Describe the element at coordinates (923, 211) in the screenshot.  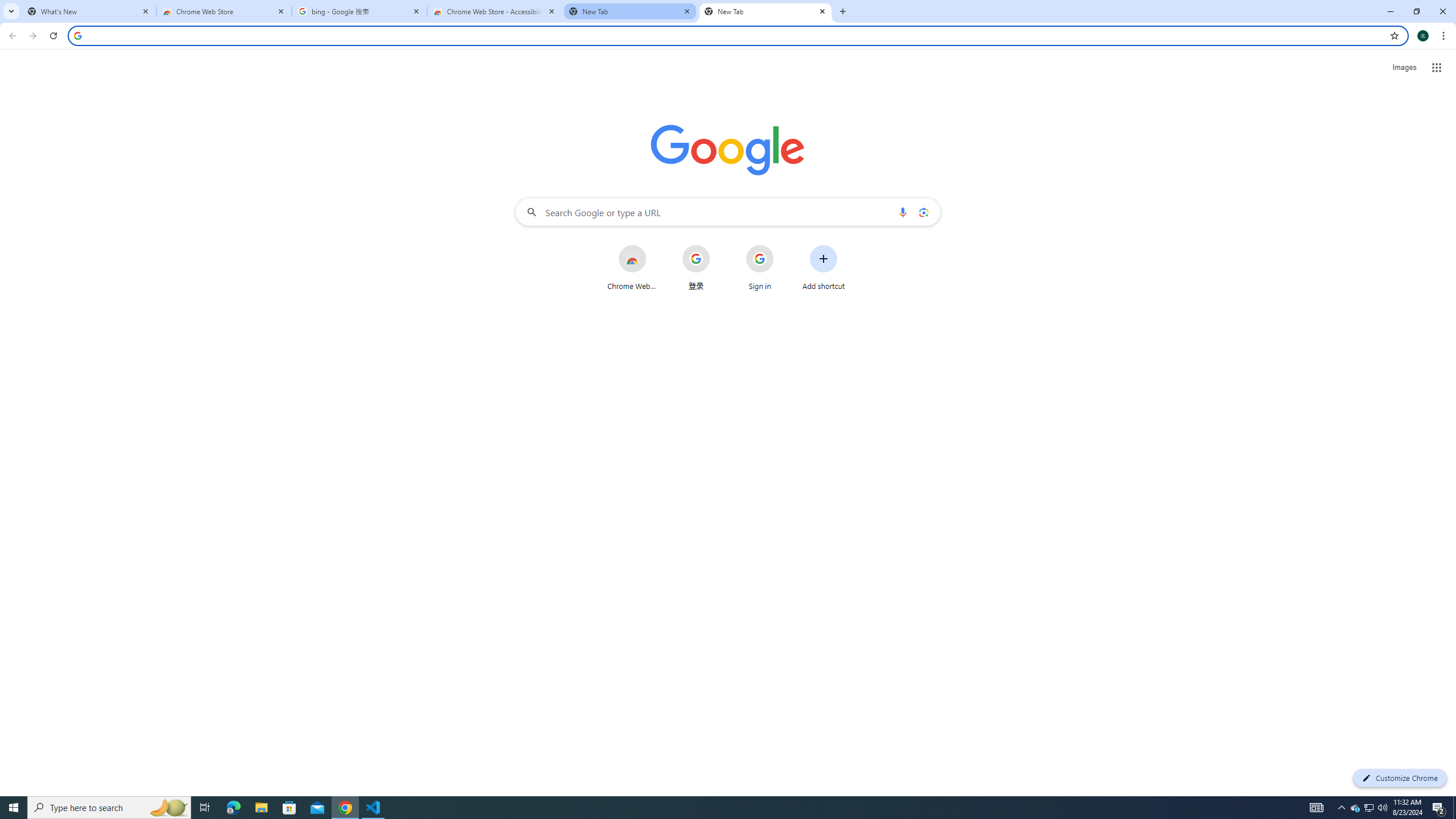
I see `'Search by image'` at that location.